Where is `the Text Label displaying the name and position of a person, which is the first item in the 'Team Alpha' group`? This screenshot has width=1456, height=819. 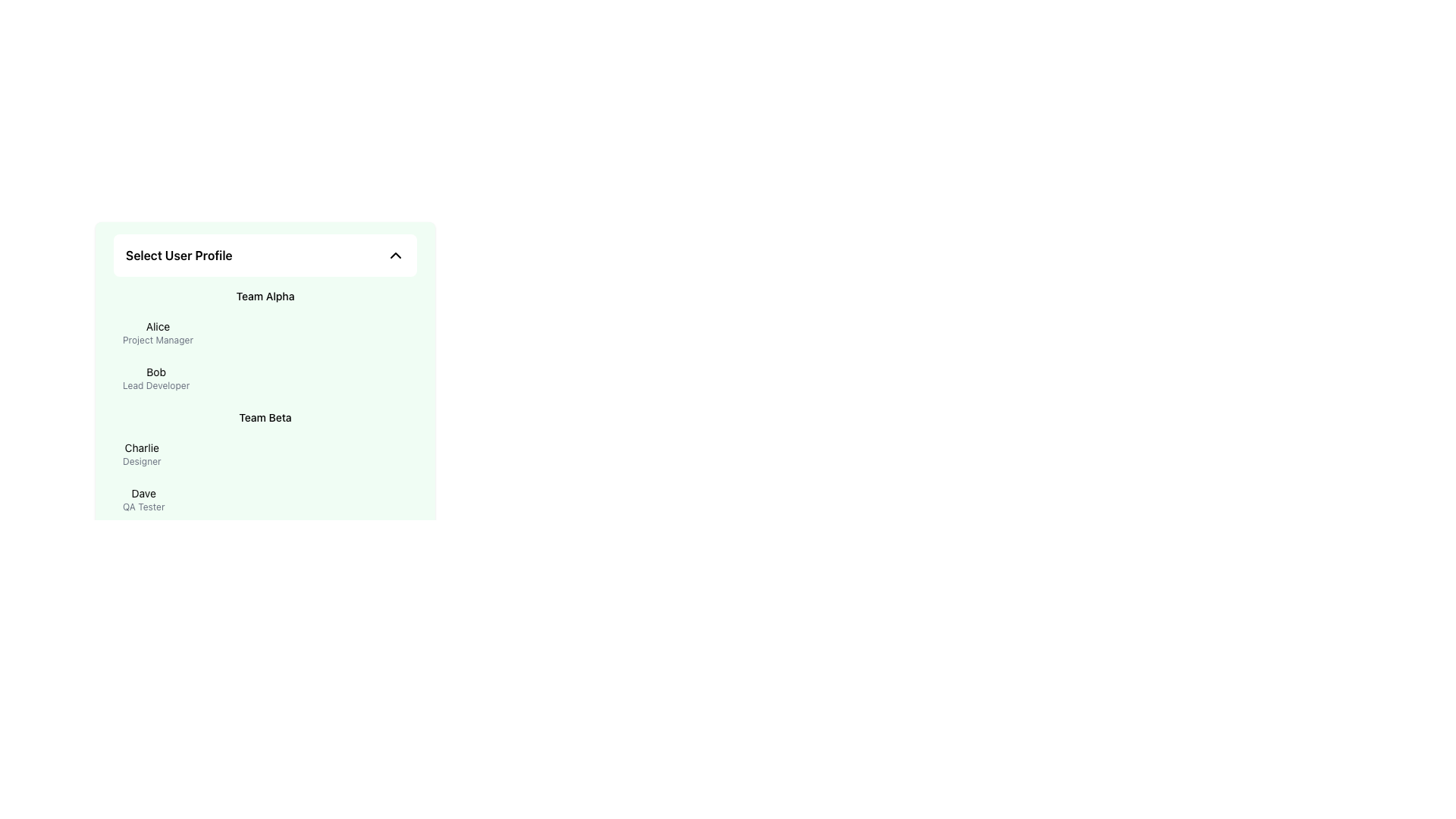
the Text Label displaying the name and position of a person, which is the first item in the 'Team Alpha' group is located at coordinates (158, 332).